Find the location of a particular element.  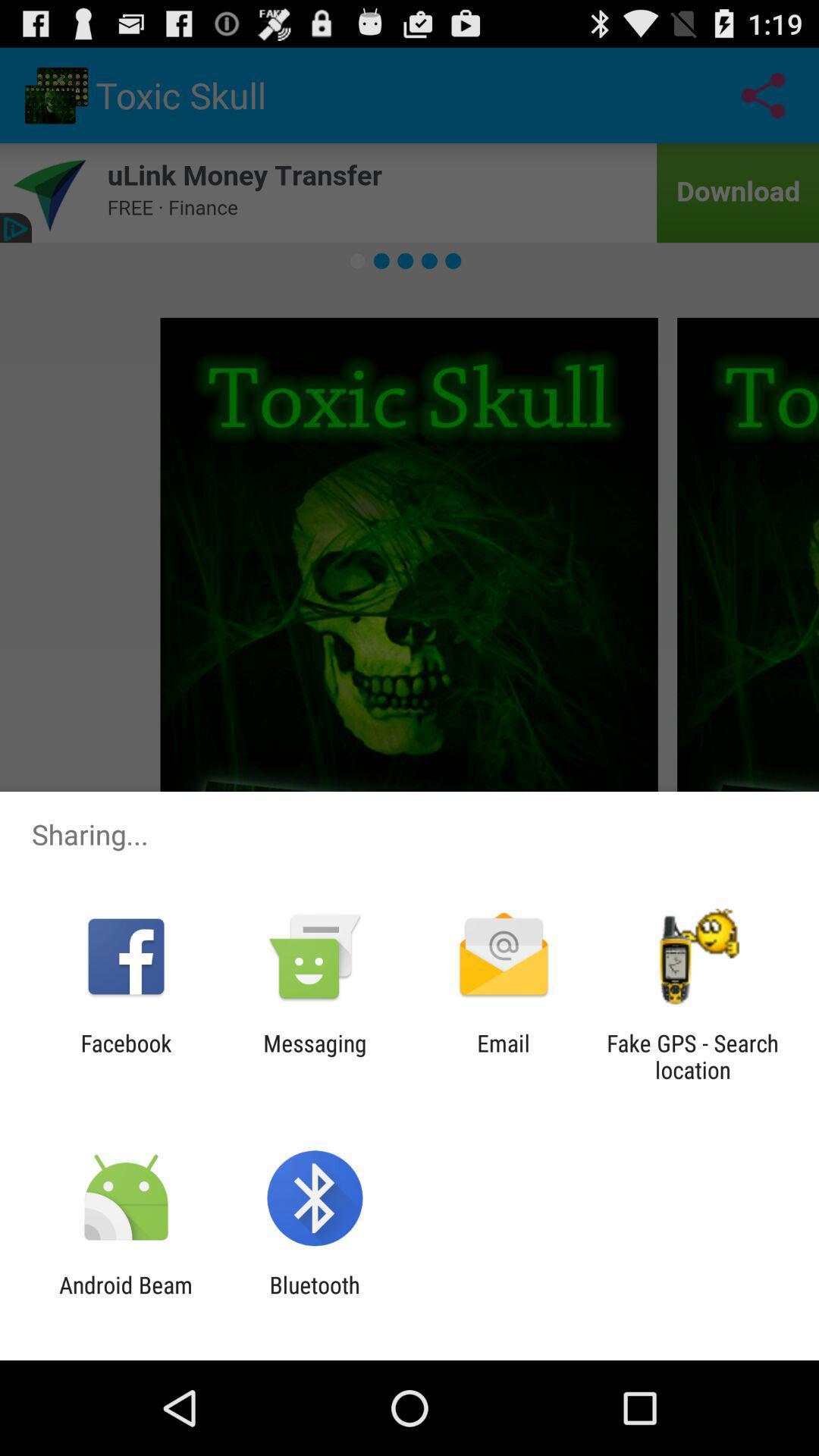

app to the right of the email is located at coordinates (692, 1056).